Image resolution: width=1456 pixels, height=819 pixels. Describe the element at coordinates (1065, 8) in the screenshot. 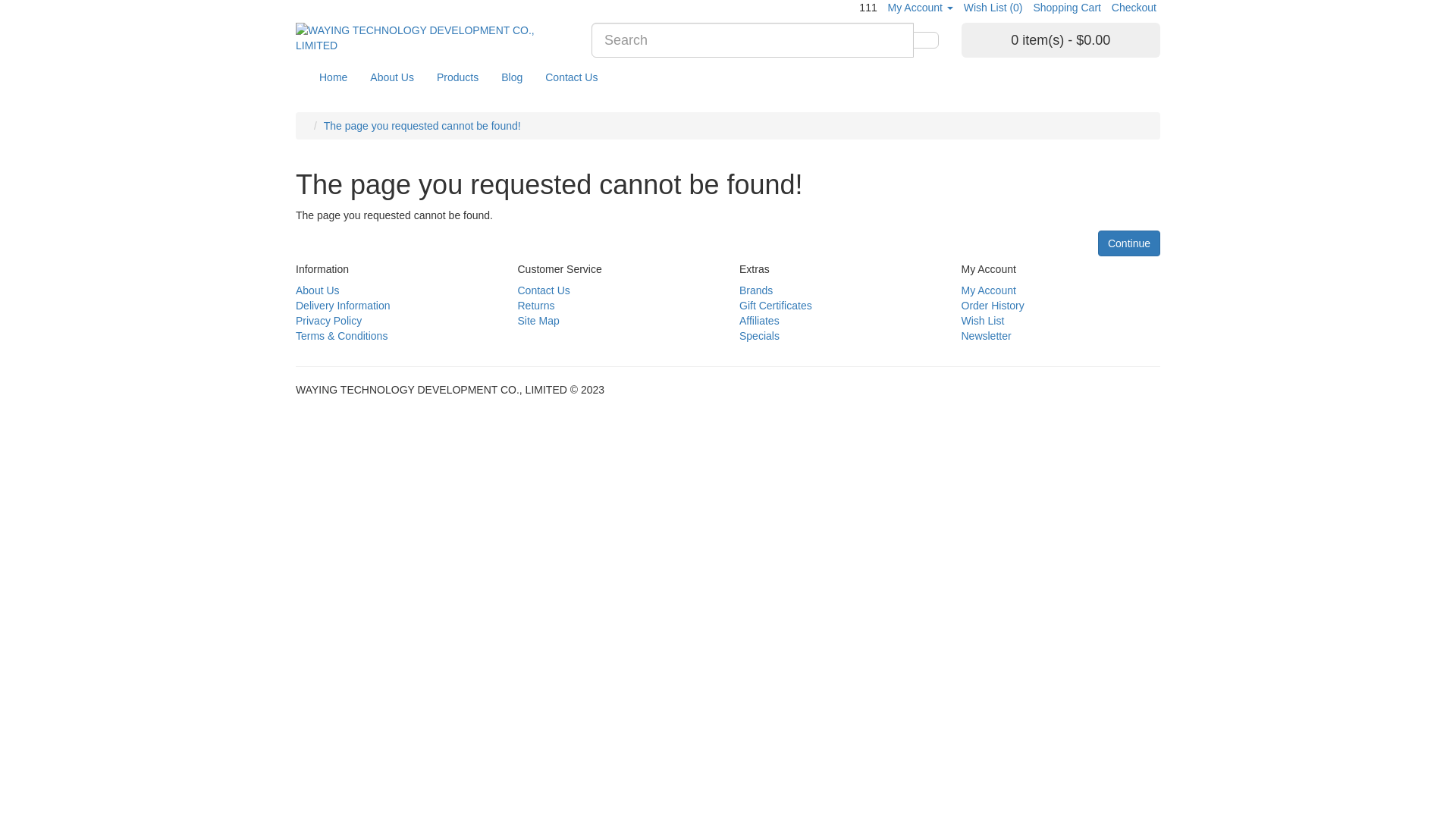

I see `'Shopping Cart'` at that location.